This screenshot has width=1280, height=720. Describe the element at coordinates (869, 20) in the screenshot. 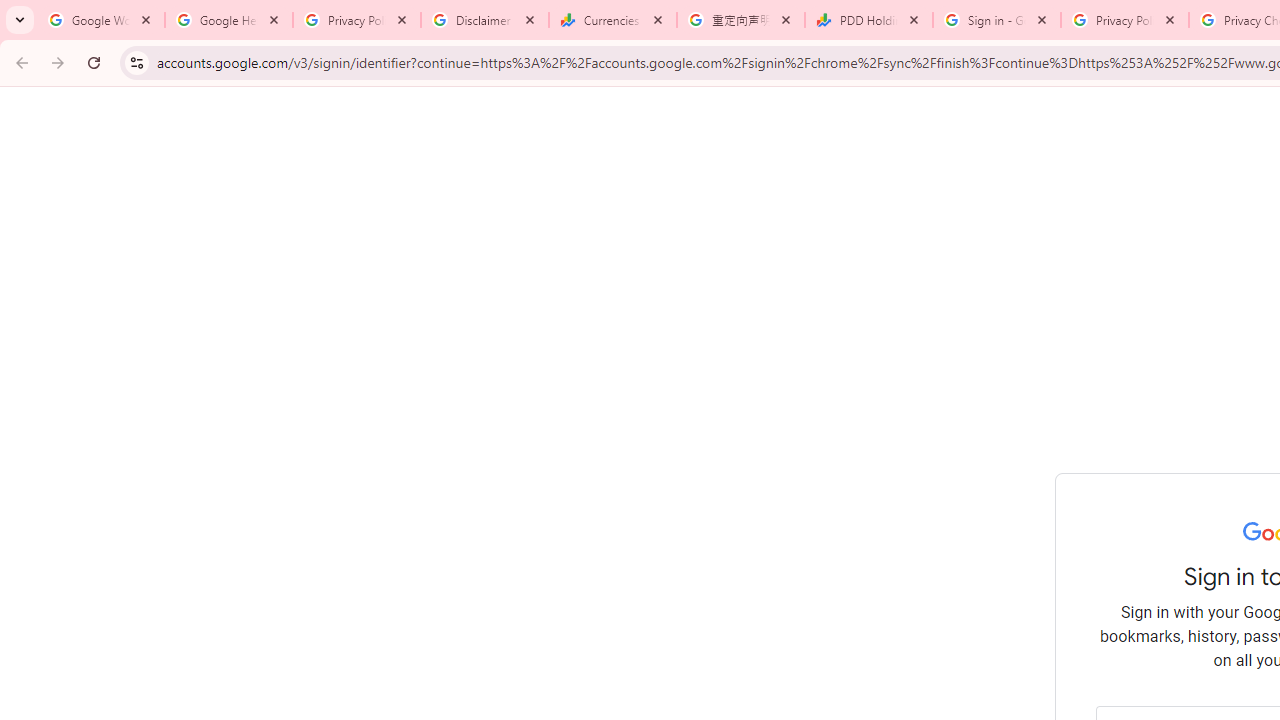

I see `'PDD Holdings Inc - ADR (PDD) Price & News - Google Finance'` at that location.